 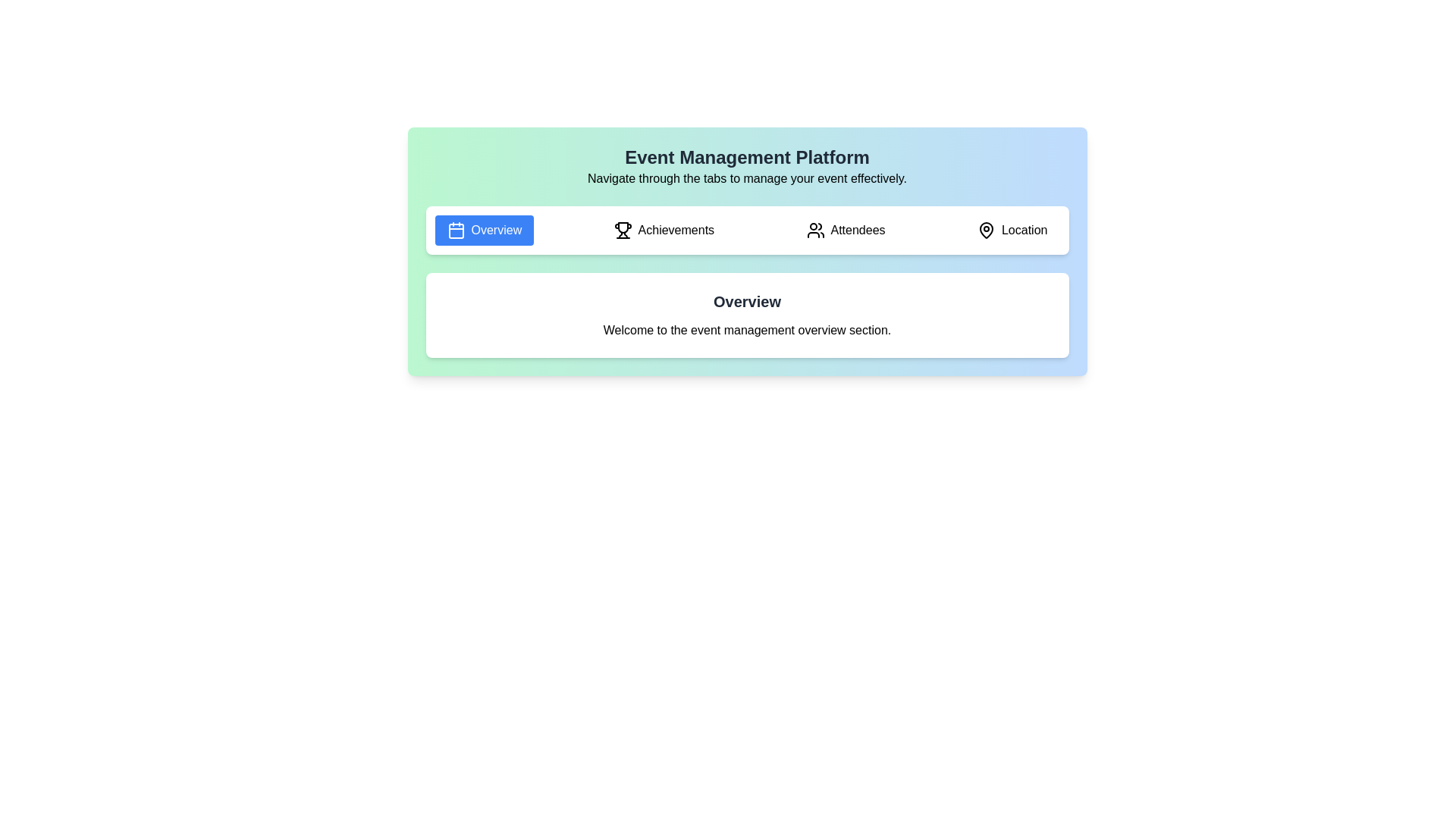 I want to click on the 'Location' button with a map pin icon in the top navigation bar, so click(x=1012, y=231).